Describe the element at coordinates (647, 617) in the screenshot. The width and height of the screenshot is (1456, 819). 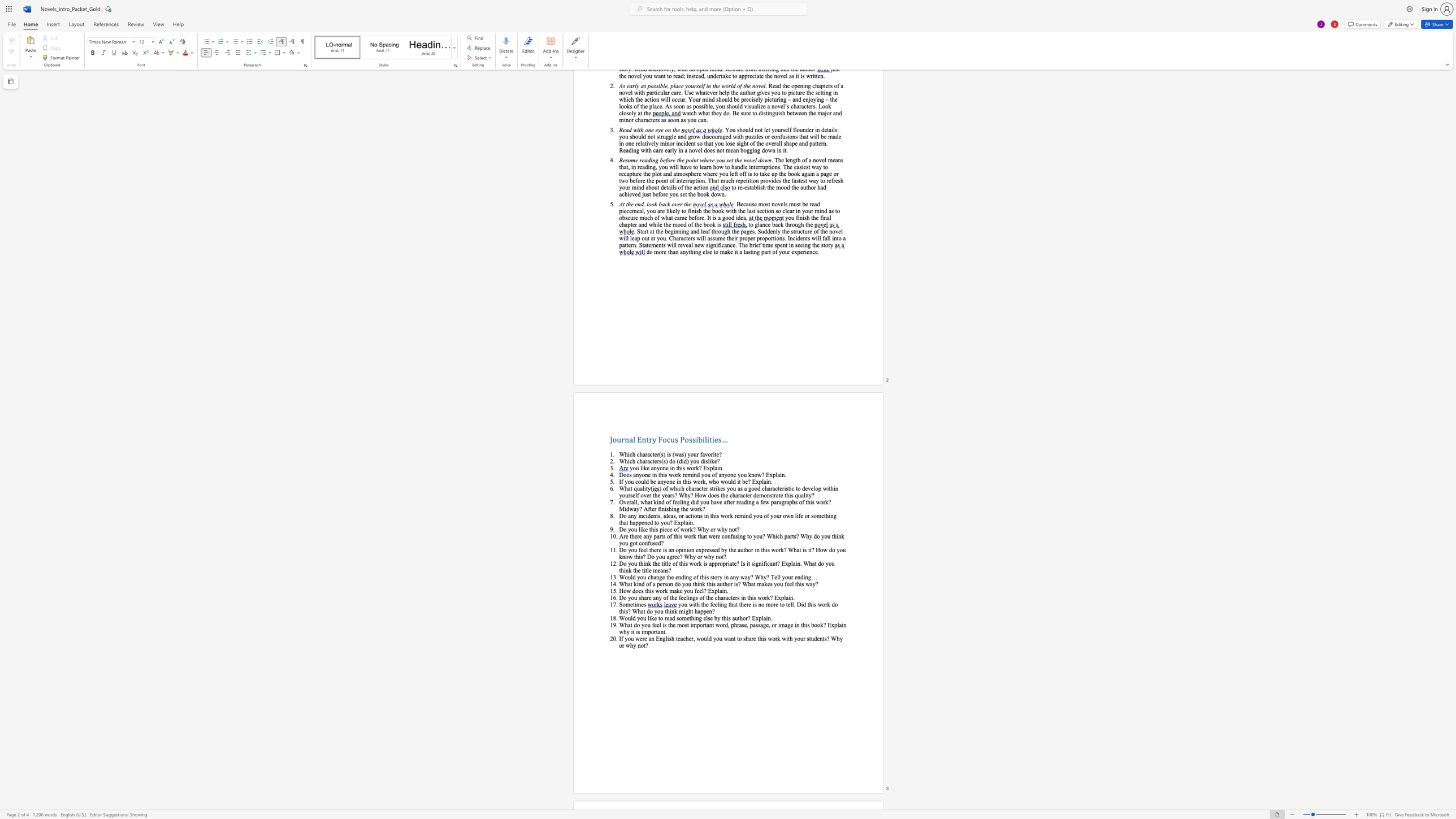
I see `the subset text "like to read something else by this" within the text "Would you like to read something else by this author? Explain."` at that location.